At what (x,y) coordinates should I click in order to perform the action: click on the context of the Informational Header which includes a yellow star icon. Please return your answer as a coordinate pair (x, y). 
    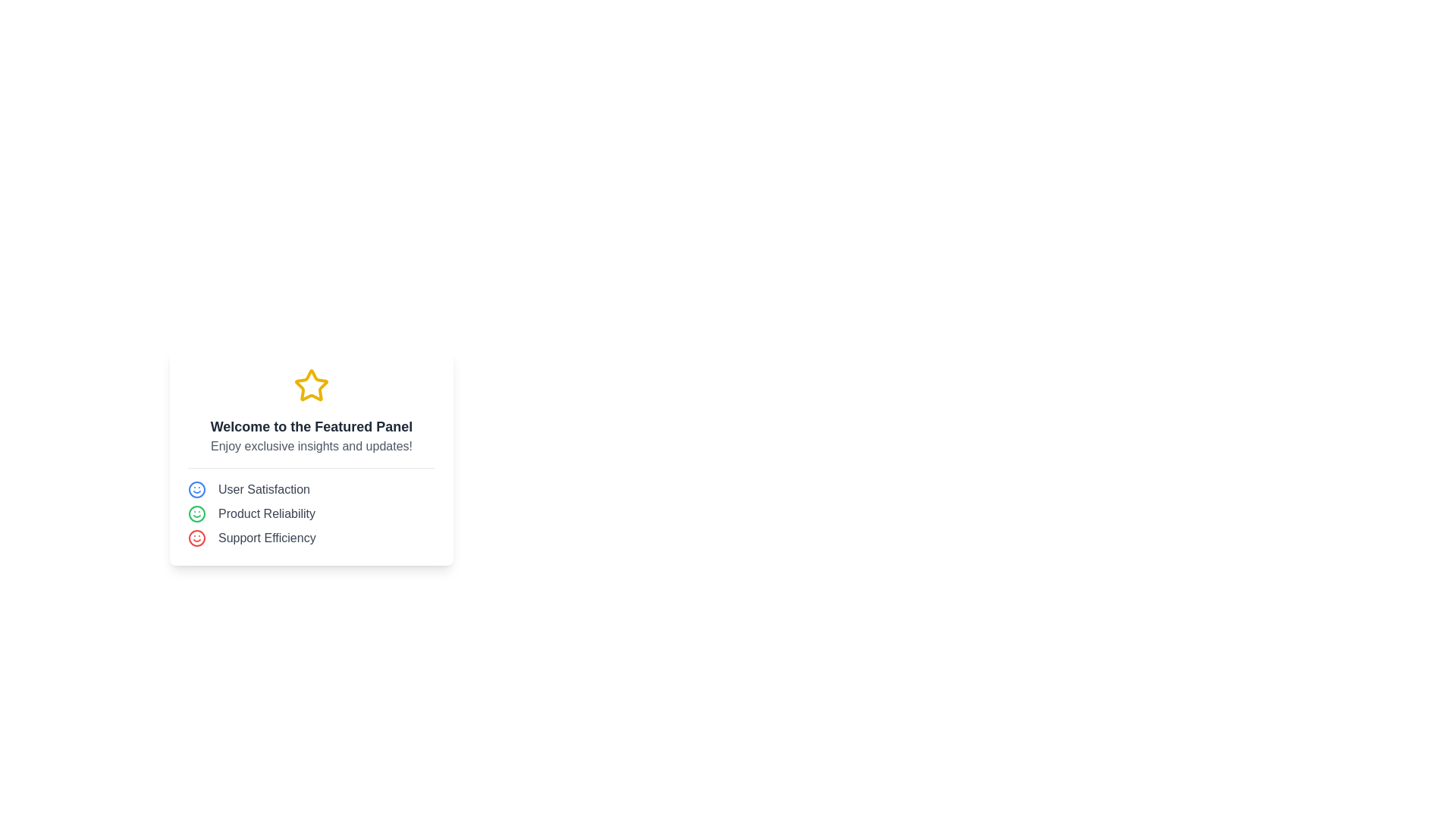
    Looking at the image, I should click on (311, 411).